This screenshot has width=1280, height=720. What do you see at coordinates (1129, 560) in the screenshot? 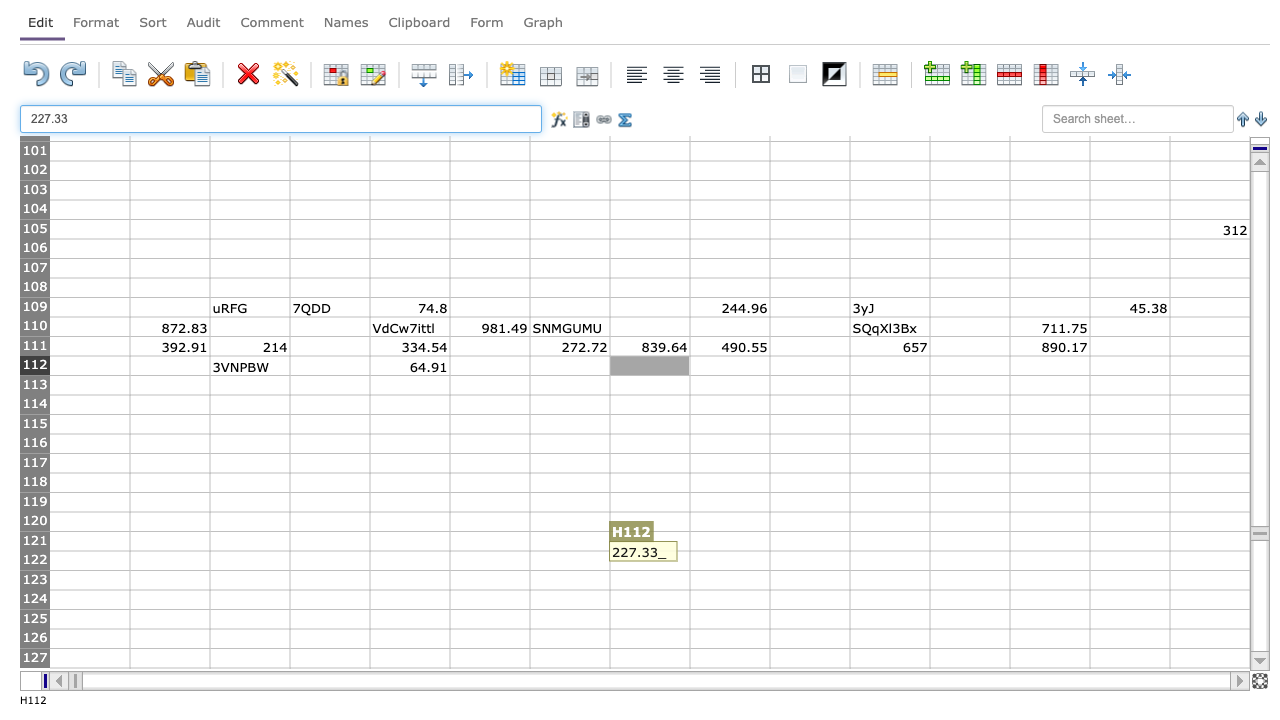
I see `C N122` at bounding box center [1129, 560].